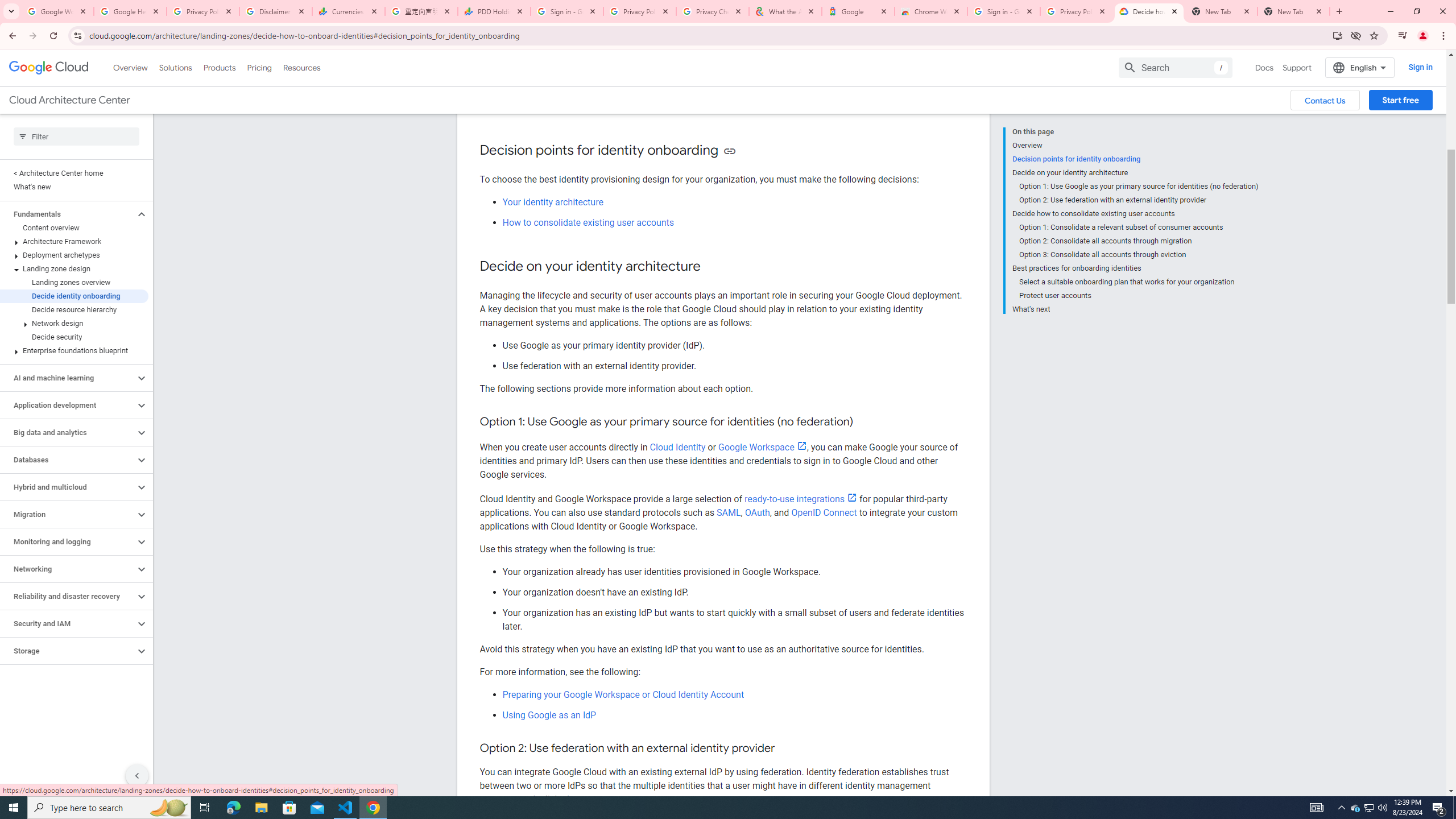 This screenshot has width=1456, height=819. I want to click on 'Google', so click(858, 11).